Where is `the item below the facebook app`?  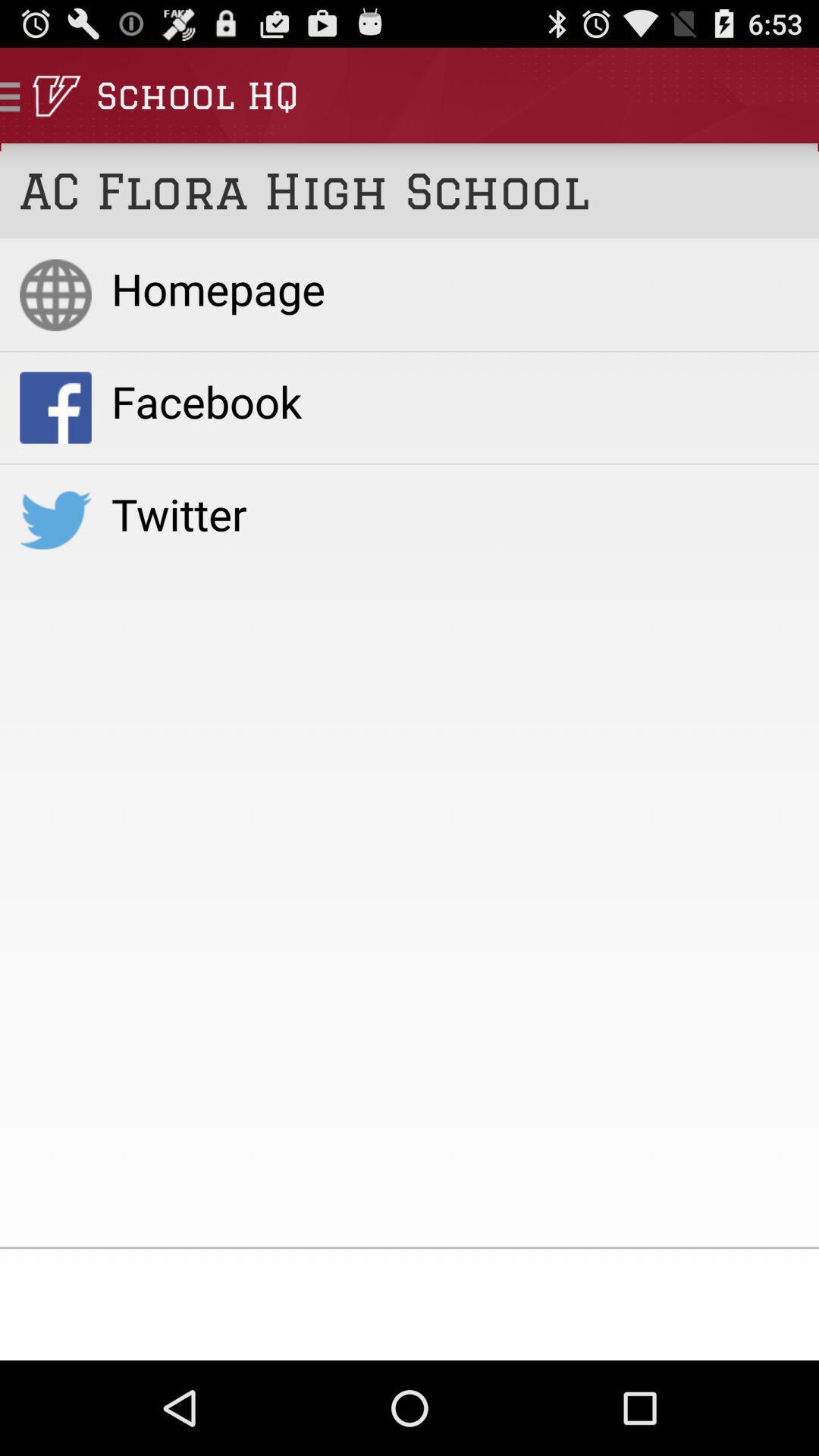
the item below the facebook app is located at coordinates (454, 513).